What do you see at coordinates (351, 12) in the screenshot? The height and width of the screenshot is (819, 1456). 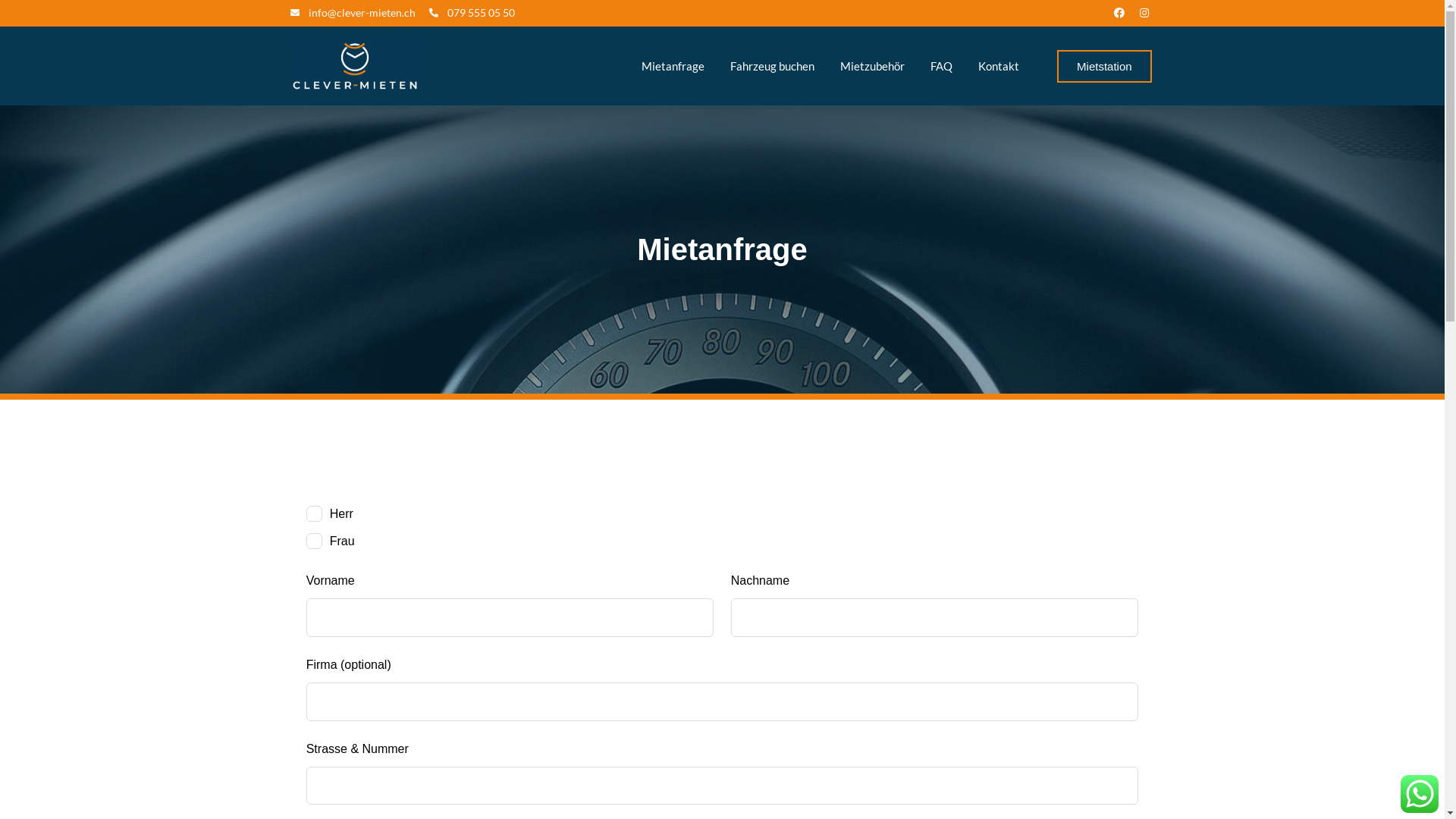 I see `'info@clever-mieten.ch'` at bounding box center [351, 12].